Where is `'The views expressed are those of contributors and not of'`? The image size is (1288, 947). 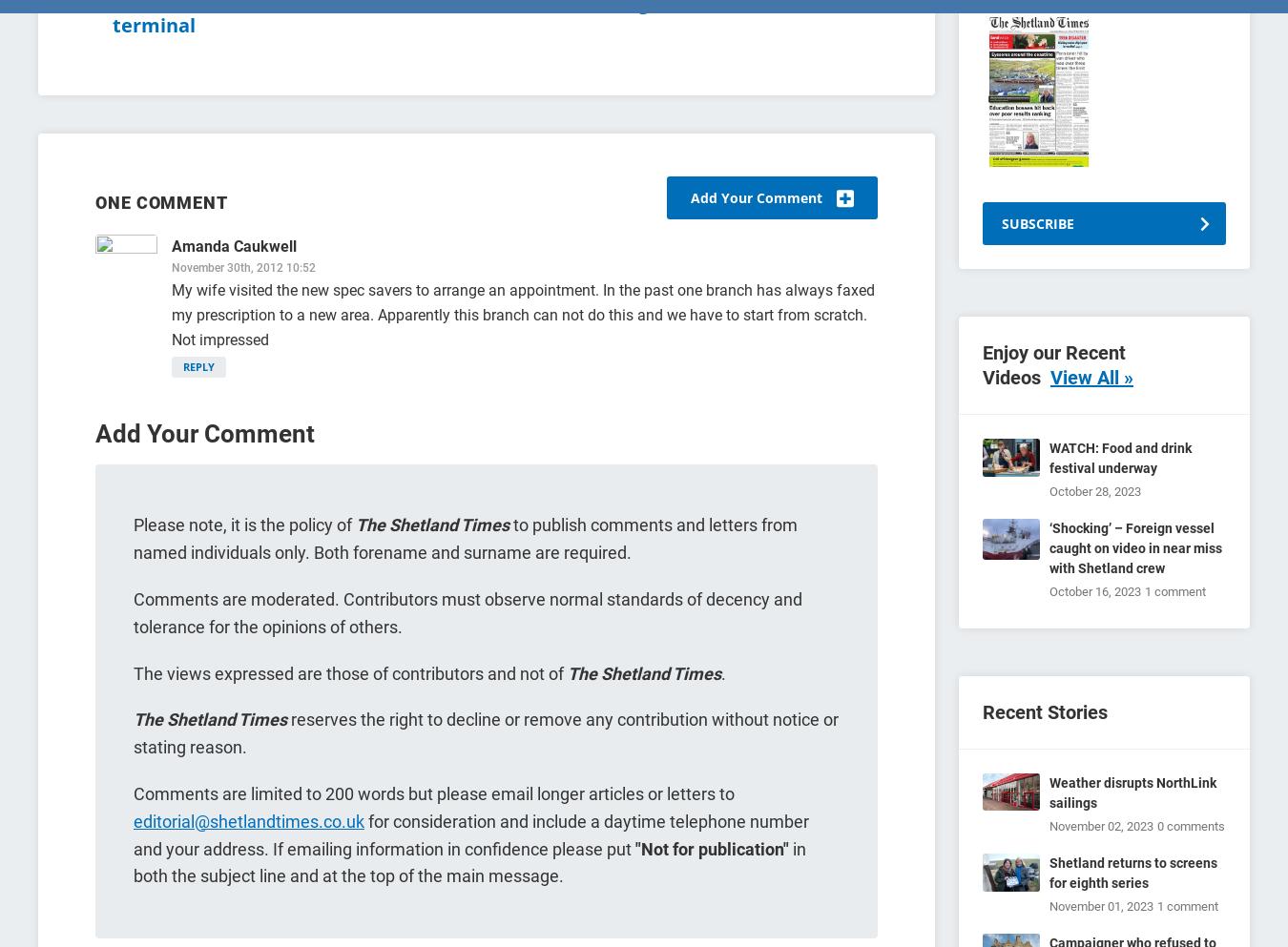
'The views expressed are those of contributors and not of' is located at coordinates (350, 671).